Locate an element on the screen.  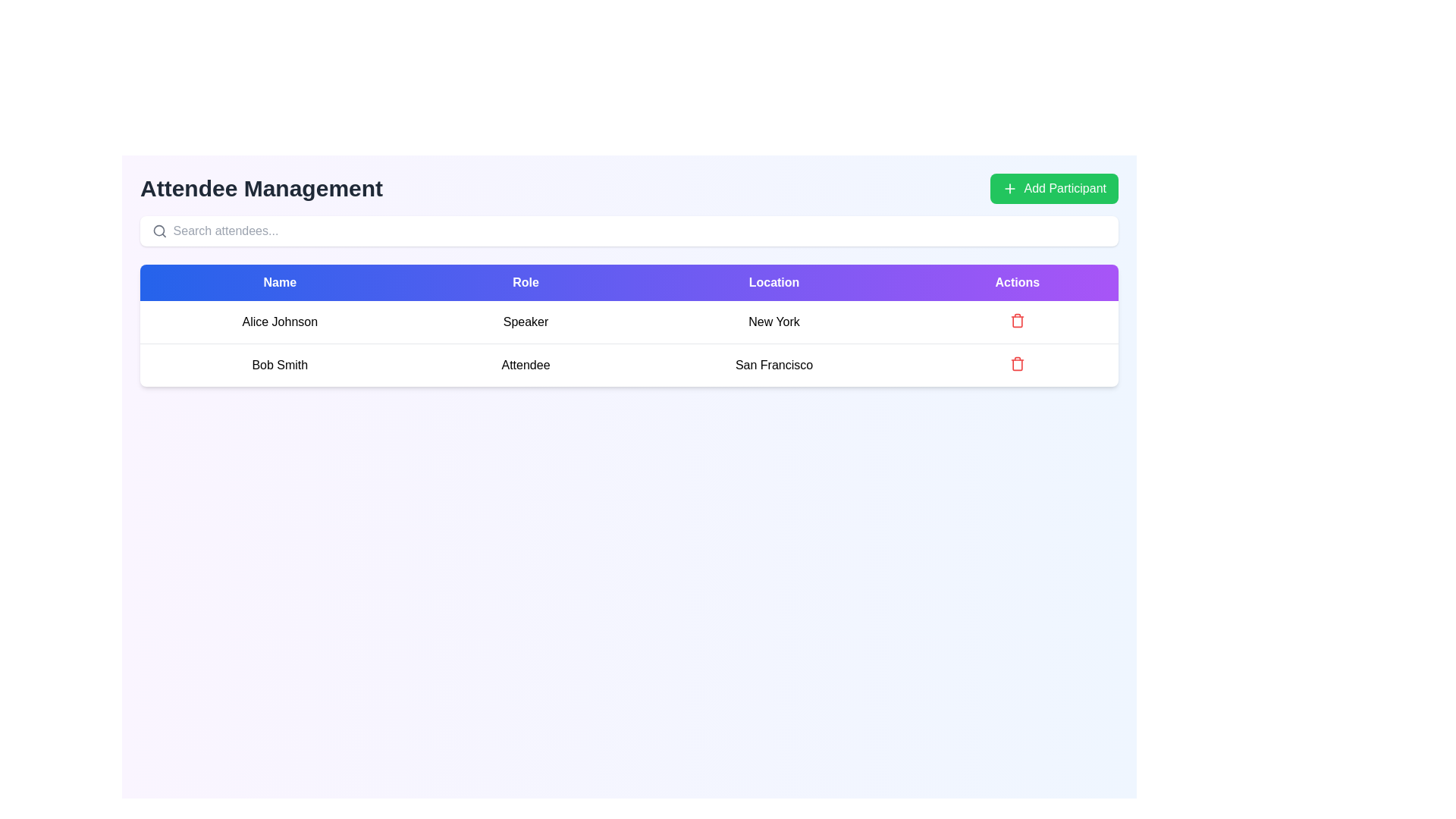
the text label displaying 'New York' for 'Alice Johnson' in the Location column of the table is located at coordinates (774, 322).